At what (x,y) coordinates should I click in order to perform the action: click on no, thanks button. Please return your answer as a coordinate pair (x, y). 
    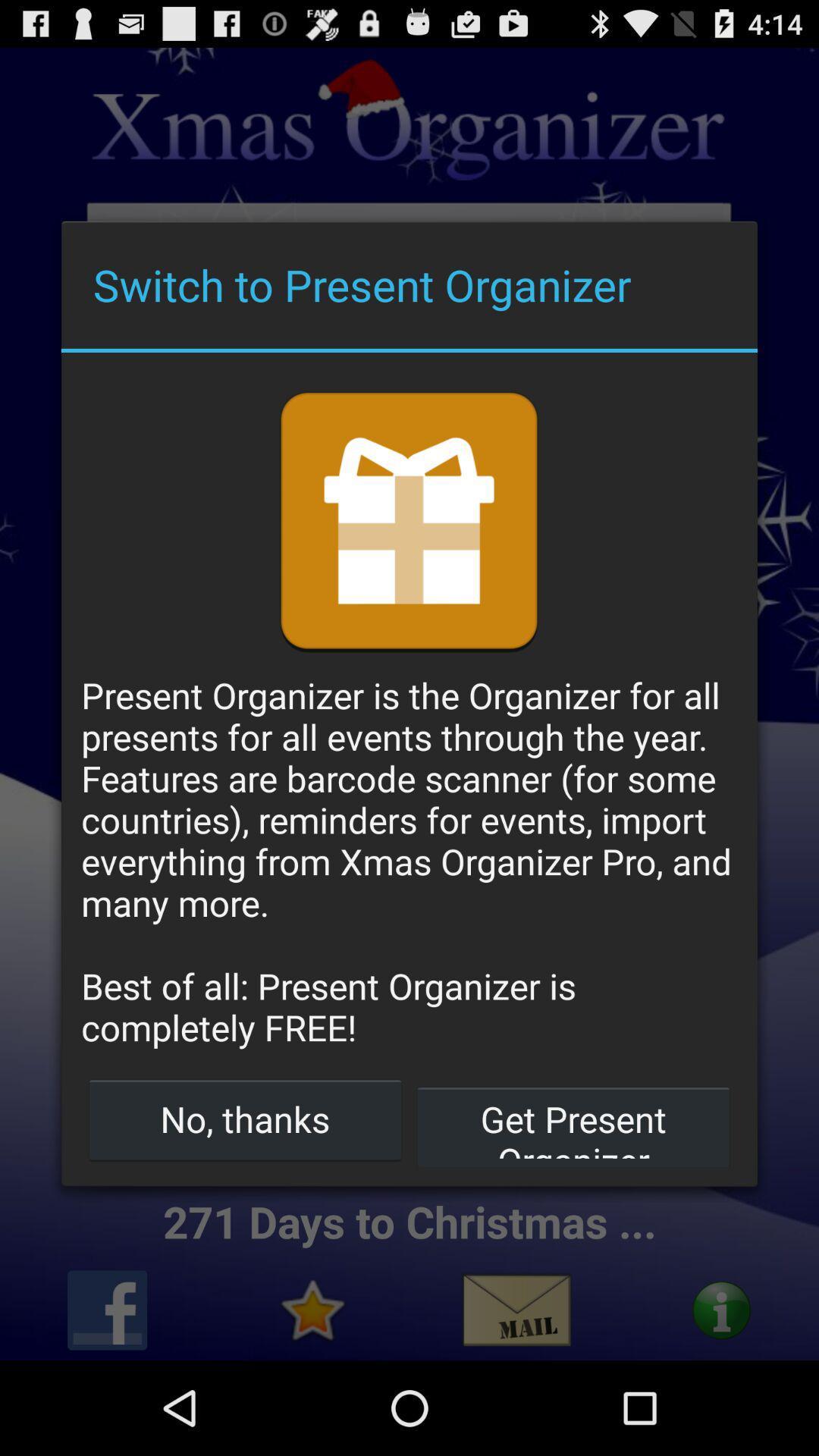
    Looking at the image, I should click on (244, 1119).